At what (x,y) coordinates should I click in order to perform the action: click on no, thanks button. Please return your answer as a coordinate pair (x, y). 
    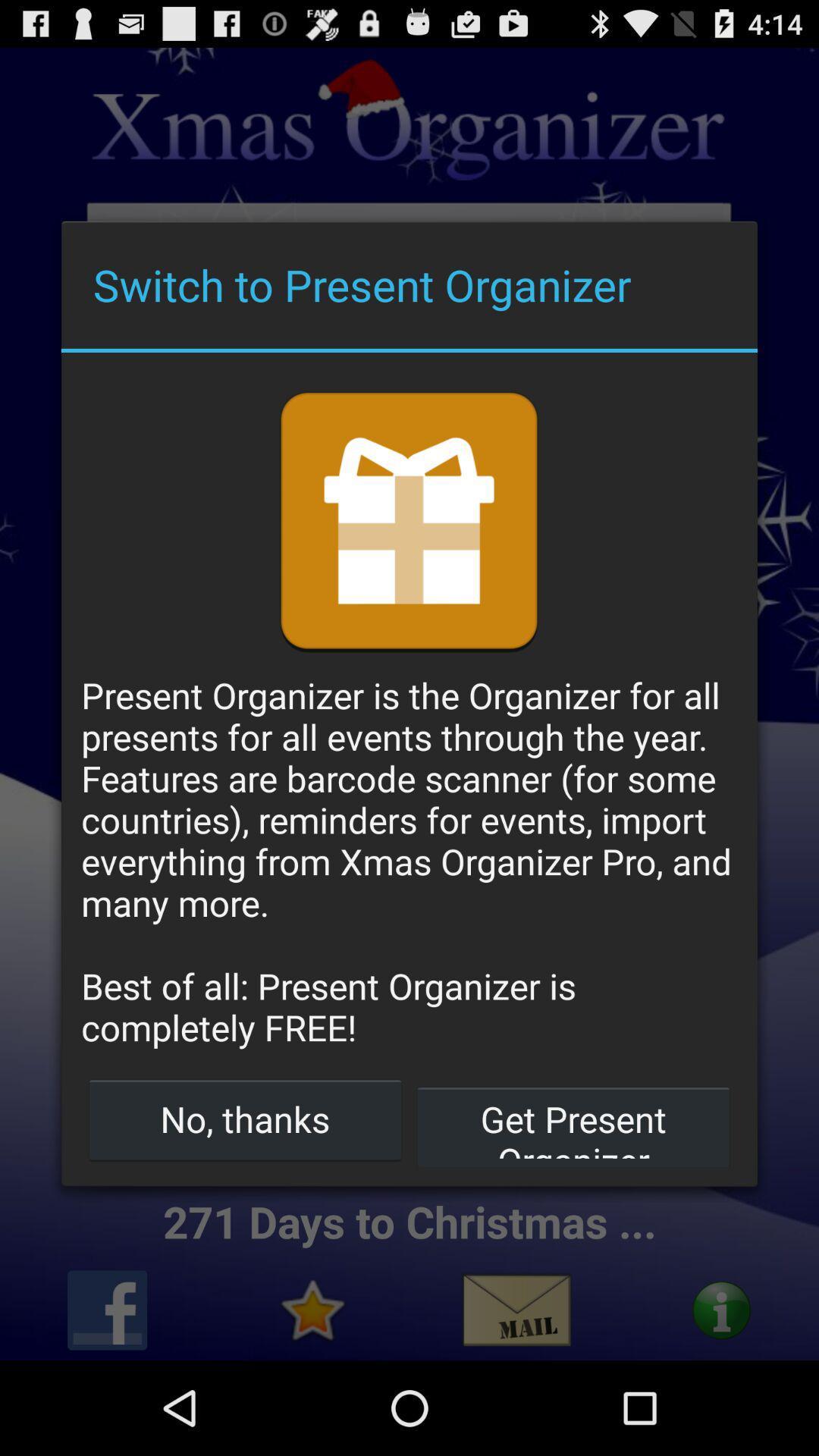
    Looking at the image, I should click on (244, 1119).